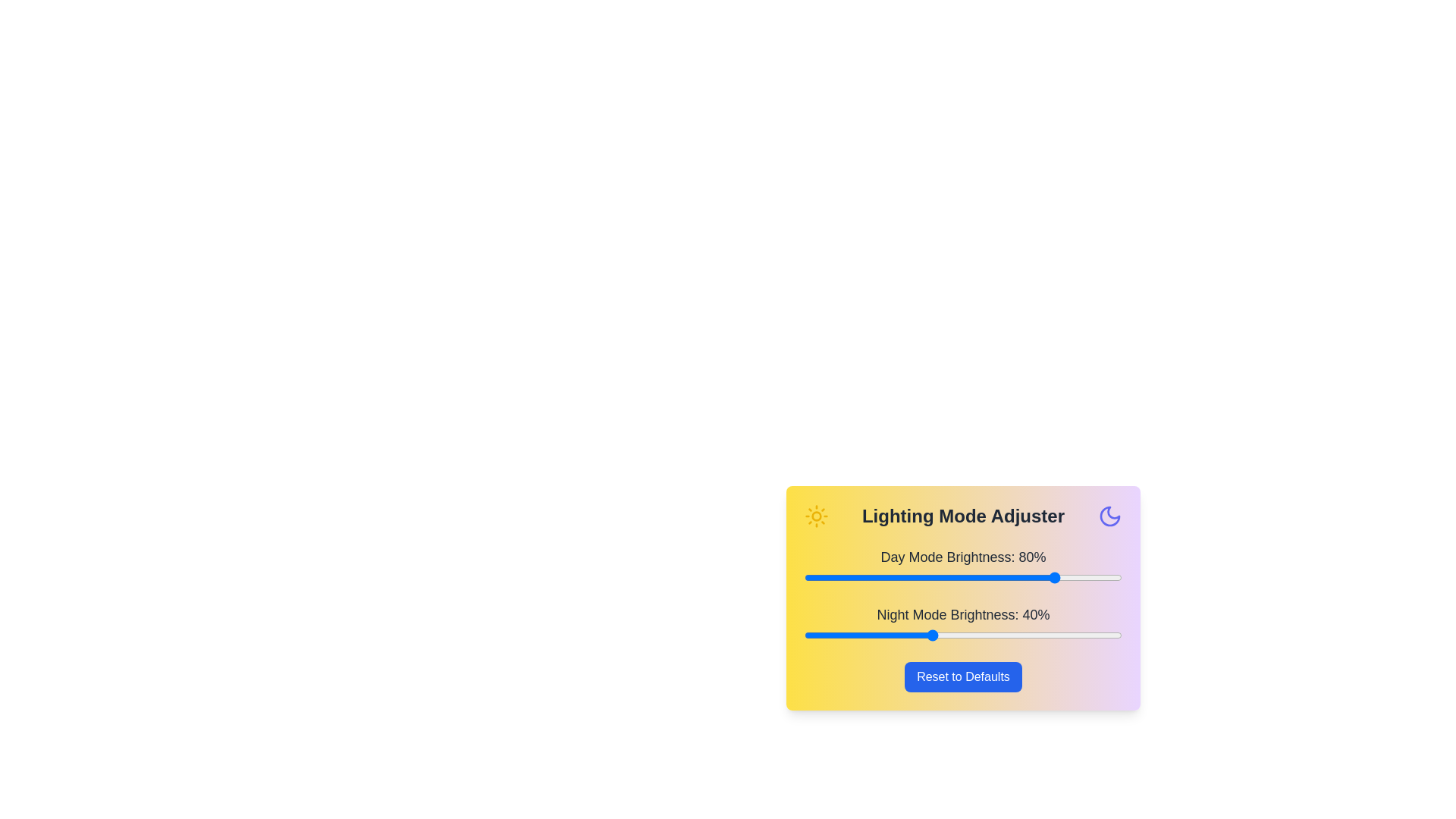  I want to click on the night mode brightness slider to 52%, so click(968, 635).